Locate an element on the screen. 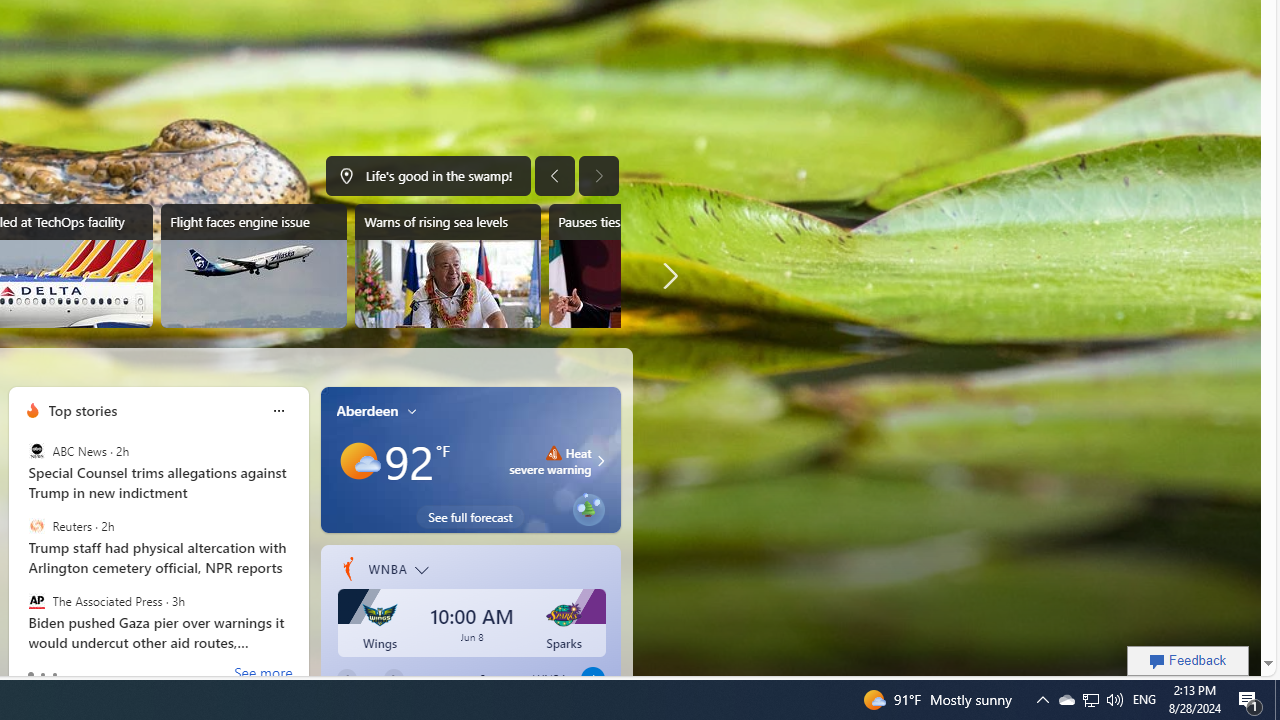 The image size is (1280, 720). 'Aberdeen' is located at coordinates (367, 409).